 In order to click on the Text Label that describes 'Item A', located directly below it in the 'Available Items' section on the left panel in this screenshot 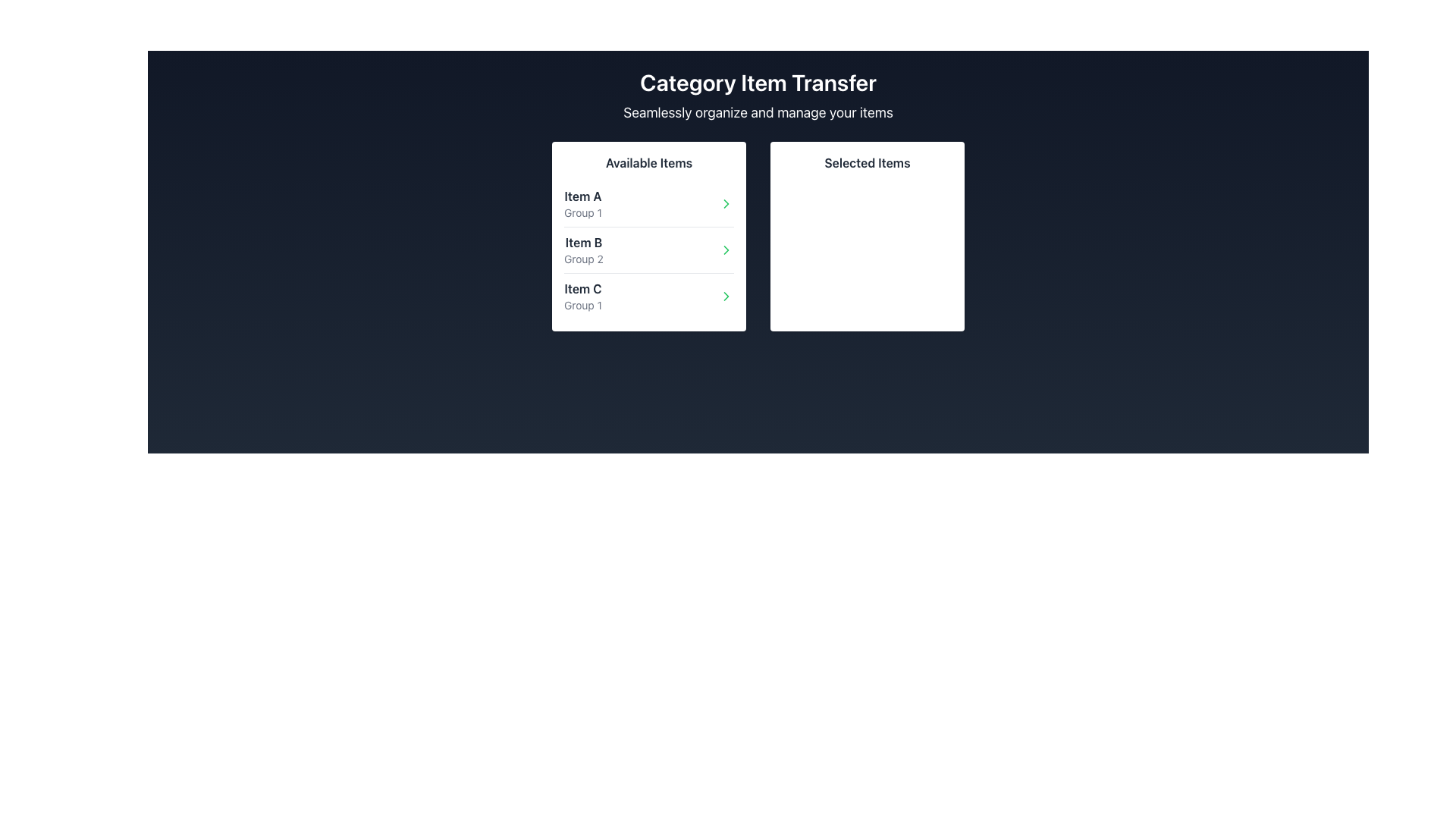, I will do `click(582, 213)`.